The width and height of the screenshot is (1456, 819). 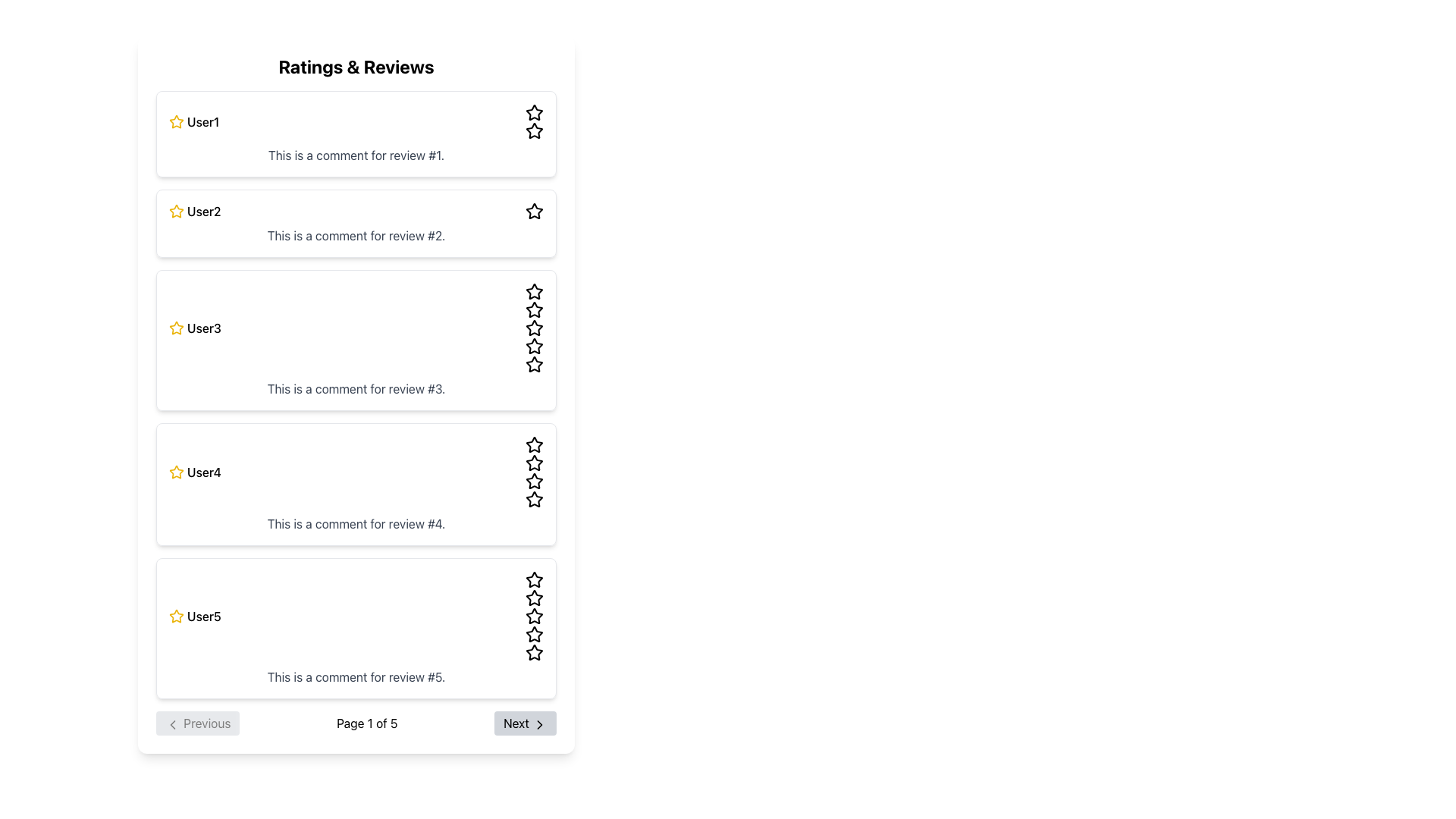 I want to click on the rating icon located at the beginning of the row representing the review by 'User3' in the 'Ratings & Reviews' section, so click(x=177, y=327).